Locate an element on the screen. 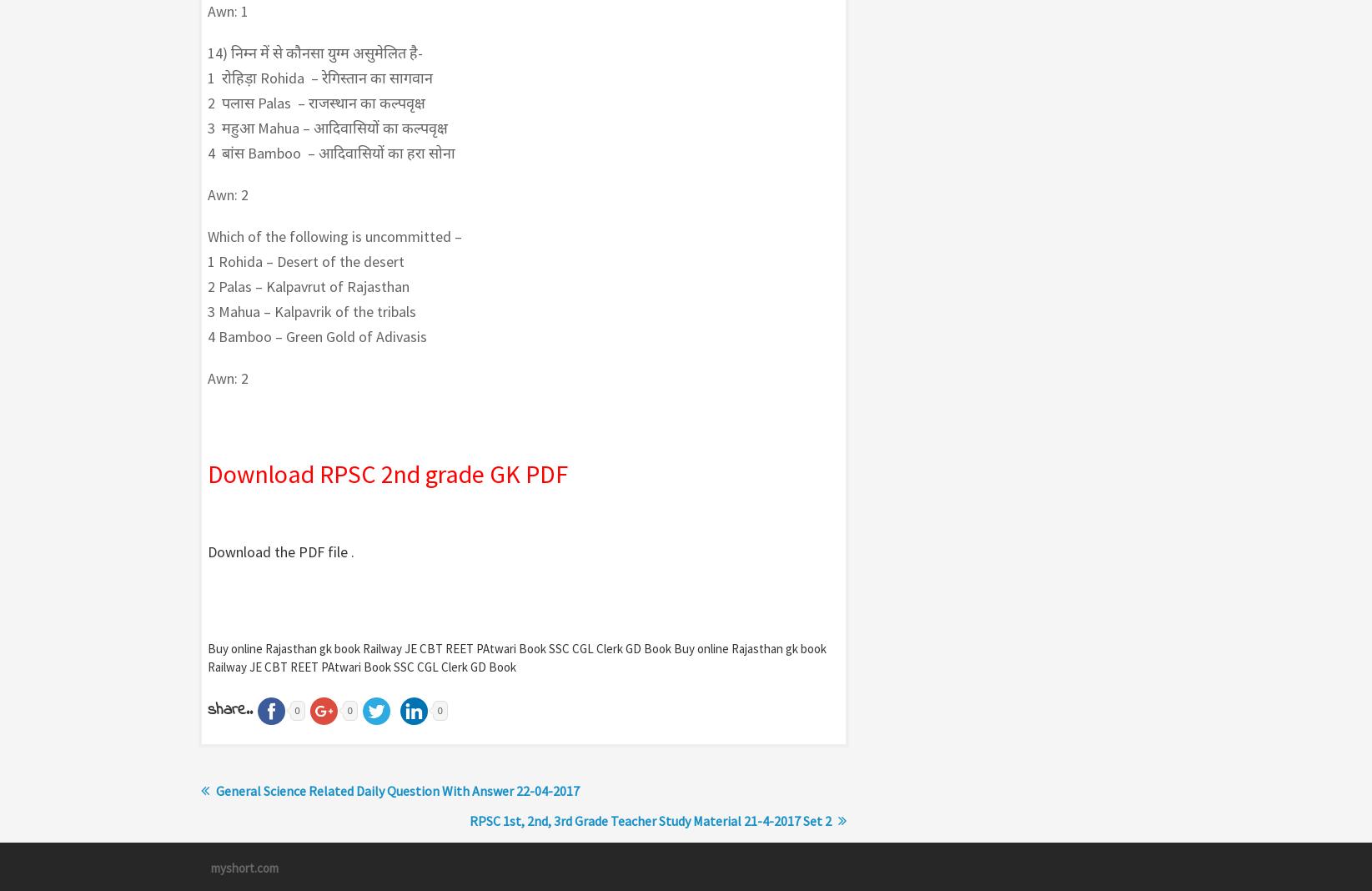  'myshort.com' is located at coordinates (244, 867).